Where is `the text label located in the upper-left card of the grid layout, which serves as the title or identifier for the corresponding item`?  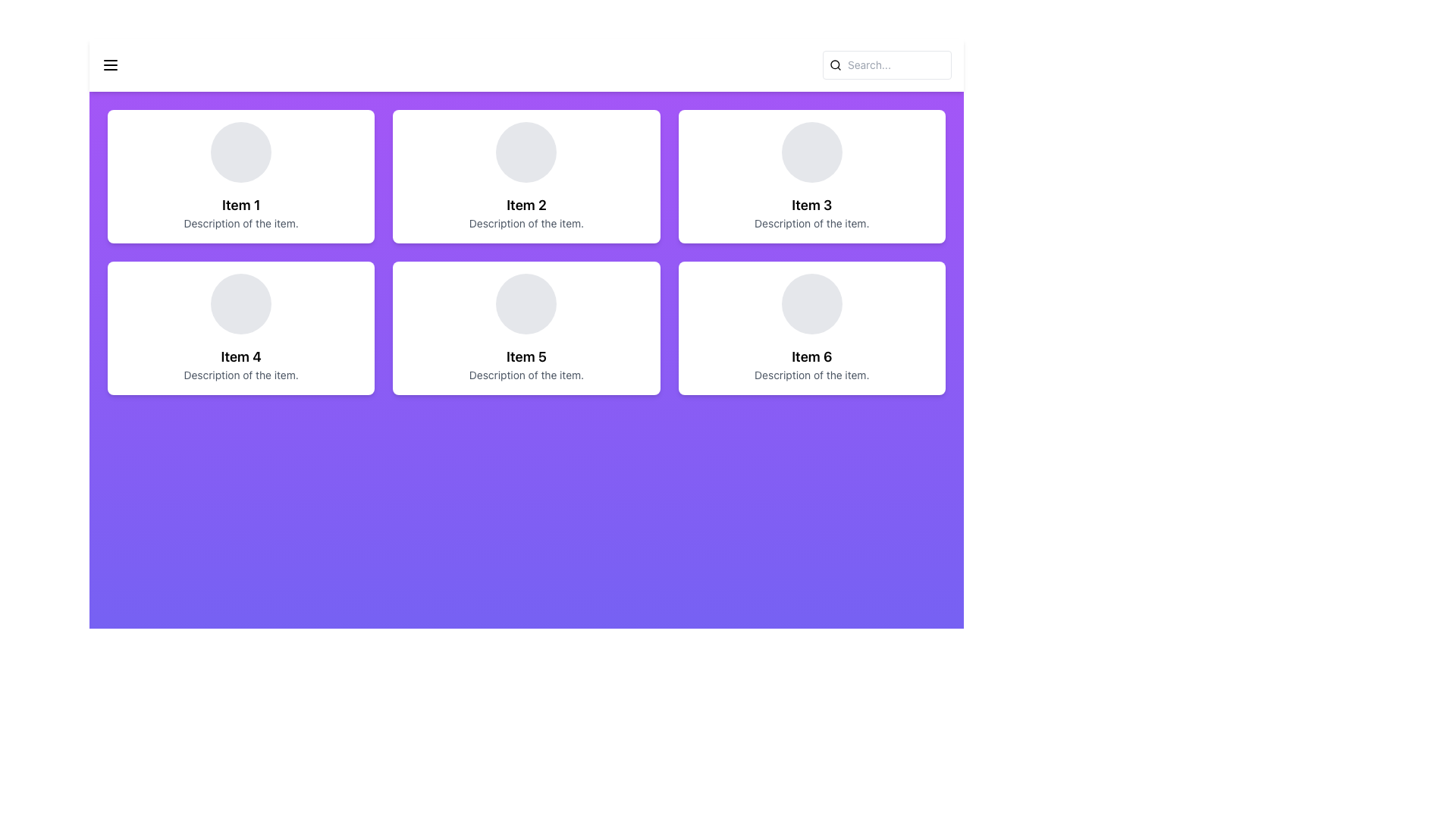 the text label located in the upper-left card of the grid layout, which serves as the title or identifier for the corresponding item is located at coordinates (240, 205).